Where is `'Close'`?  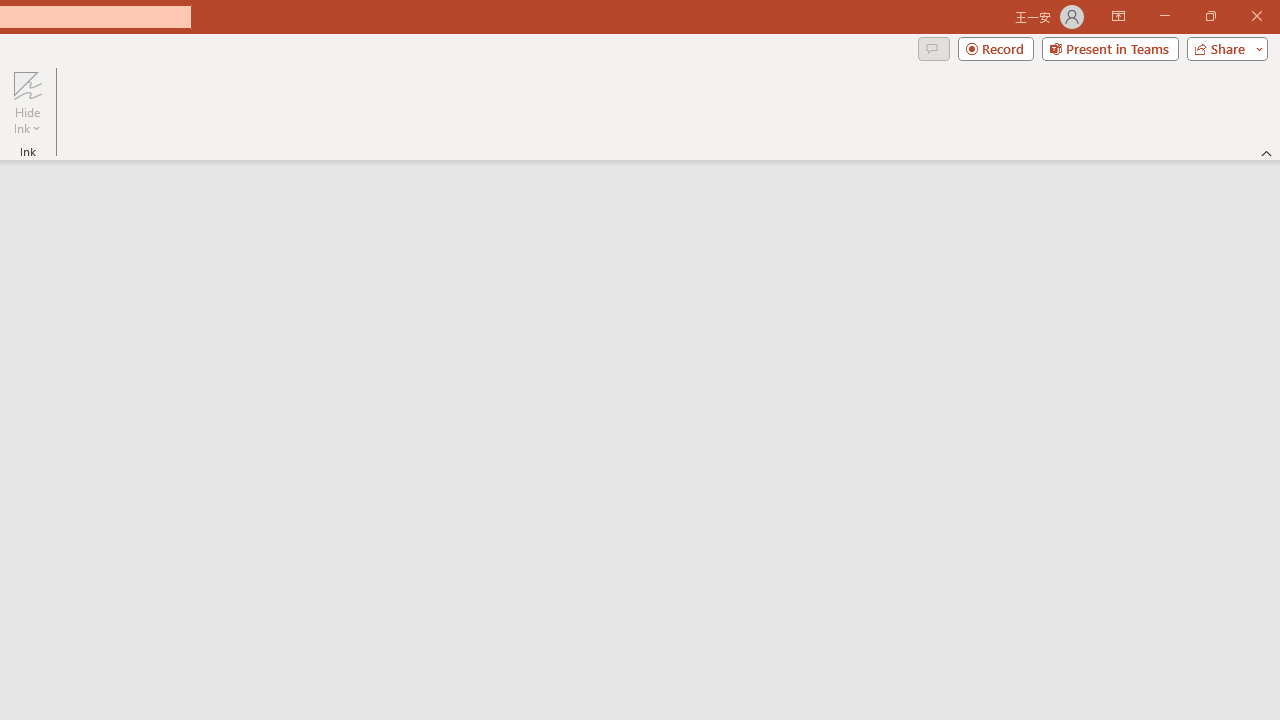 'Close' is located at coordinates (1255, 16).